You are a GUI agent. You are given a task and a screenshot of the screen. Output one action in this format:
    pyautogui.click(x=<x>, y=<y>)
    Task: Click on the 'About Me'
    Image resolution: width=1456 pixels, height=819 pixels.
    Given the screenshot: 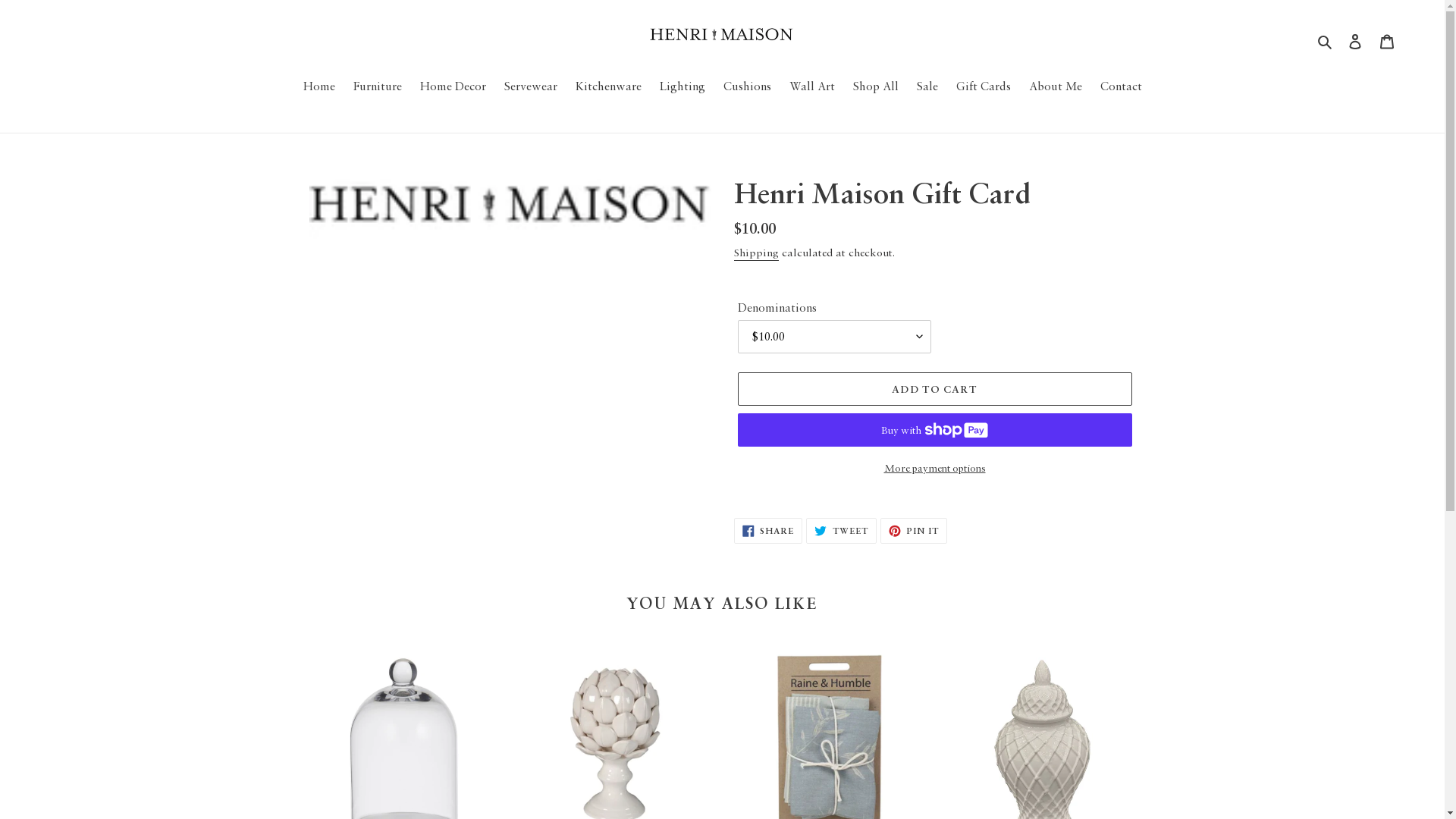 What is the action you would take?
    pyautogui.click(x=1054, y=86)
    